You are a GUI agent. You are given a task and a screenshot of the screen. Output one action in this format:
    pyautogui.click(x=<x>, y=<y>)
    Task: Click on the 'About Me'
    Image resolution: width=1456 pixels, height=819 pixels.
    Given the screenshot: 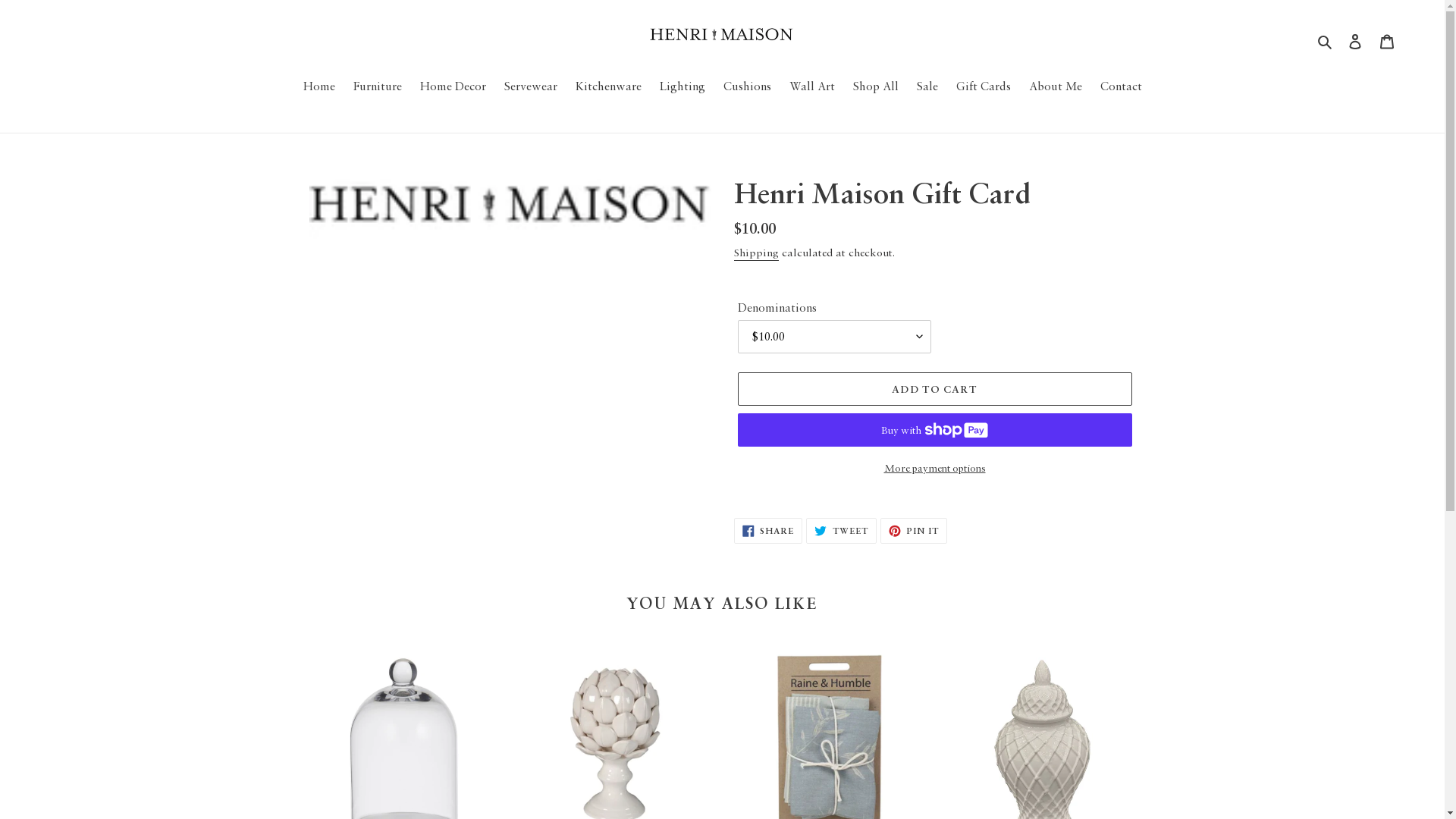 What is the action you would take?
    pyautogui.click(x=1054, y=86)
    